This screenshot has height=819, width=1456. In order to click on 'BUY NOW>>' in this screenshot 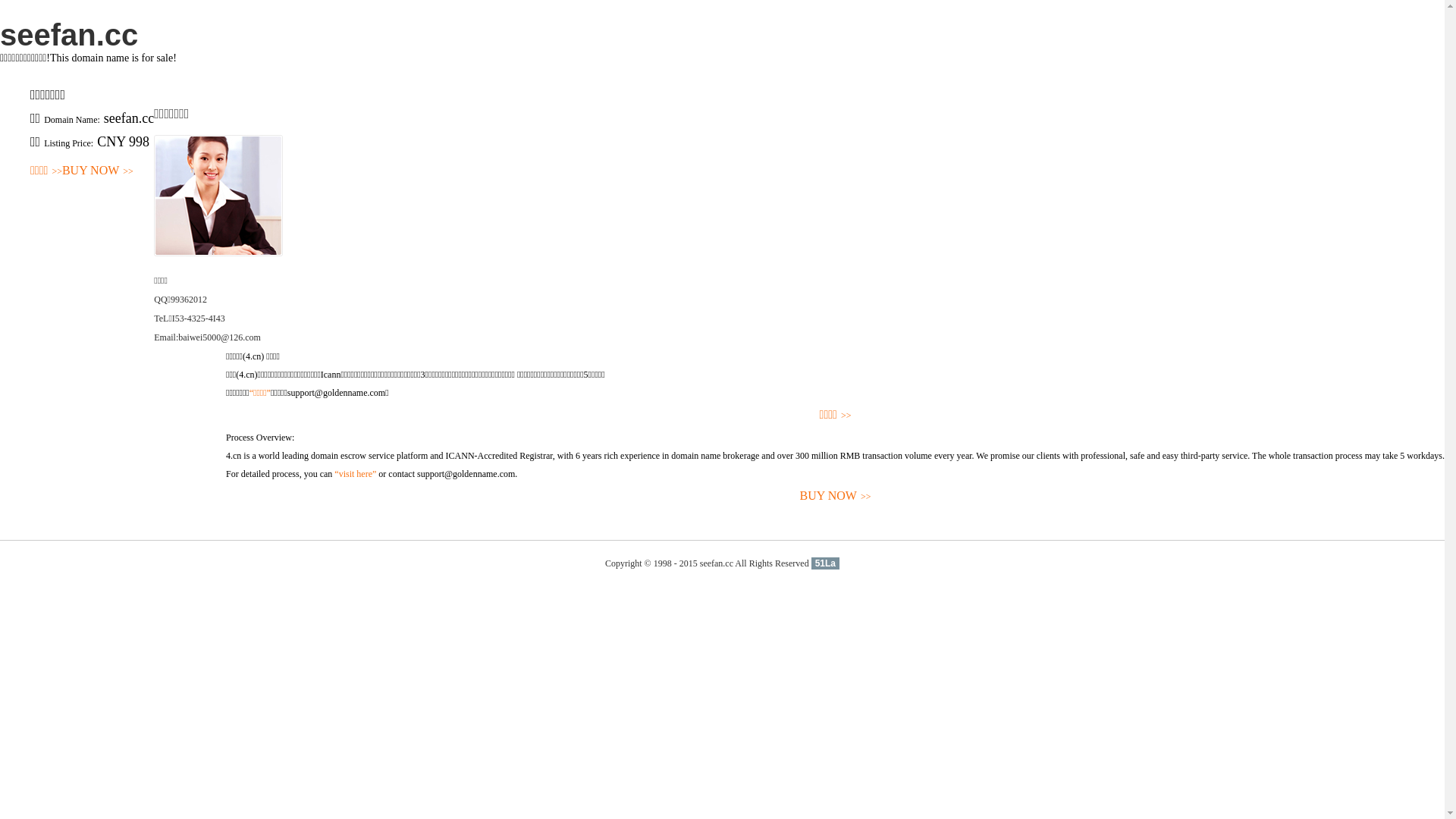, I will do `click(61, 171)`.